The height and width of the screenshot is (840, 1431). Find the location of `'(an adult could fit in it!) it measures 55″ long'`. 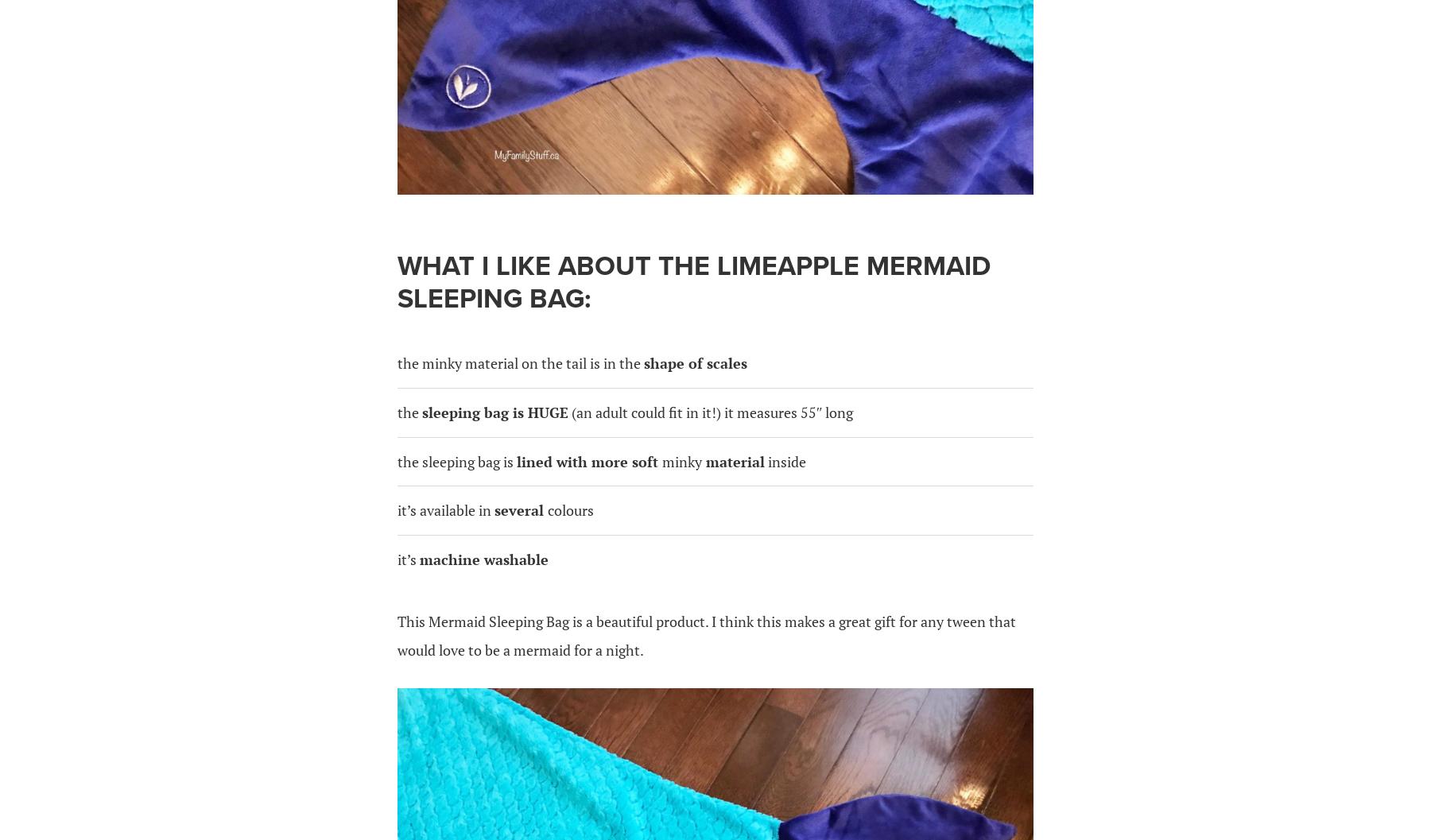

'(an adult could fit in it!) it measures 55″ long' is located at coordinates (711, 412).